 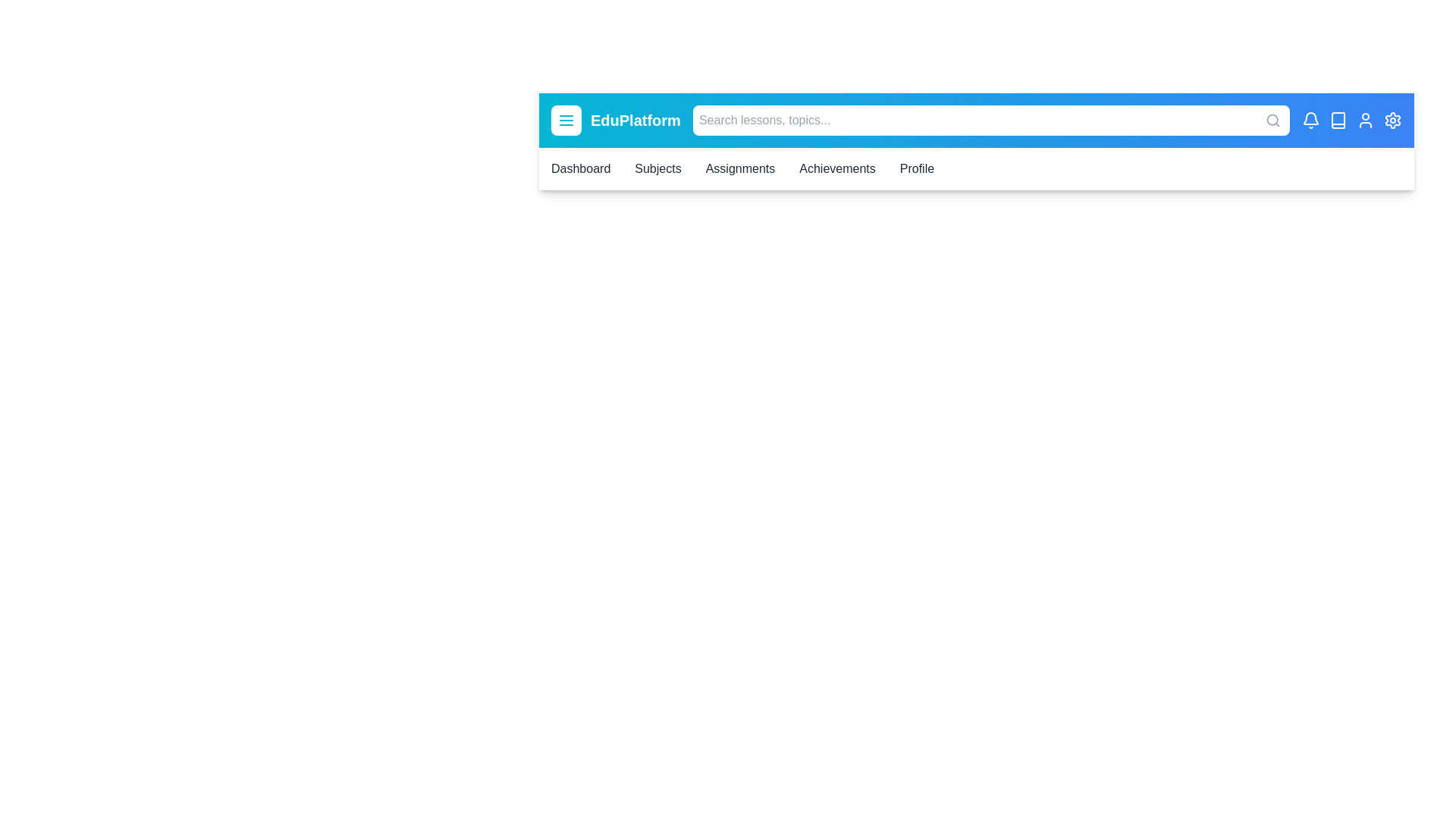 I want to click on the Profile link in the navigation bar to navigate to the corresponding section, so click(x=916, y=169).